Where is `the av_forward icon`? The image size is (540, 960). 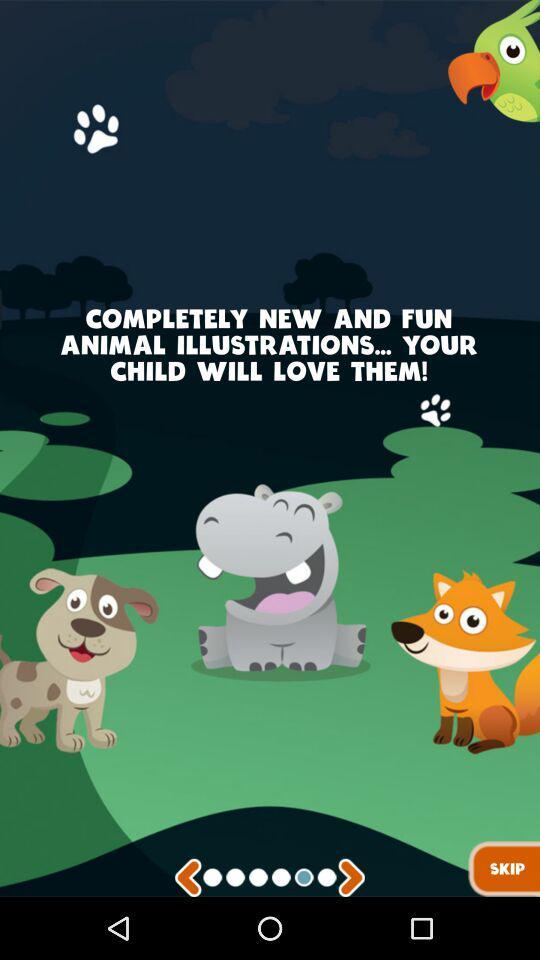
the av_forward icon is located at coordinates (350, 939).